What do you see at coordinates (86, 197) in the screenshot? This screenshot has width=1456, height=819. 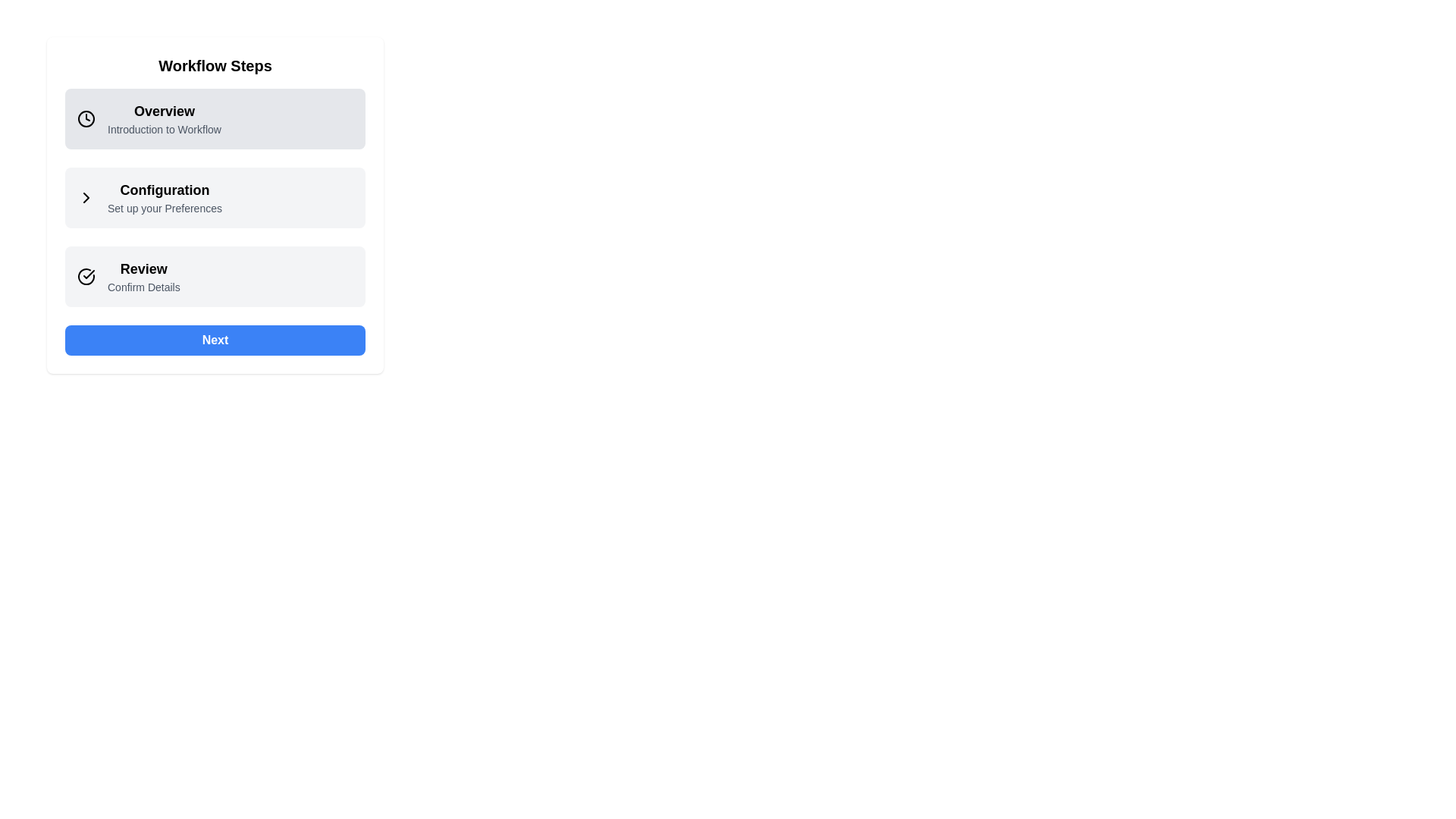 I see `the chevron icon located to the right of the 'Configuration' label in the 'Workflow Steps' section, which indicates a navigational action or expandable content` at bounding box center [86, 197].